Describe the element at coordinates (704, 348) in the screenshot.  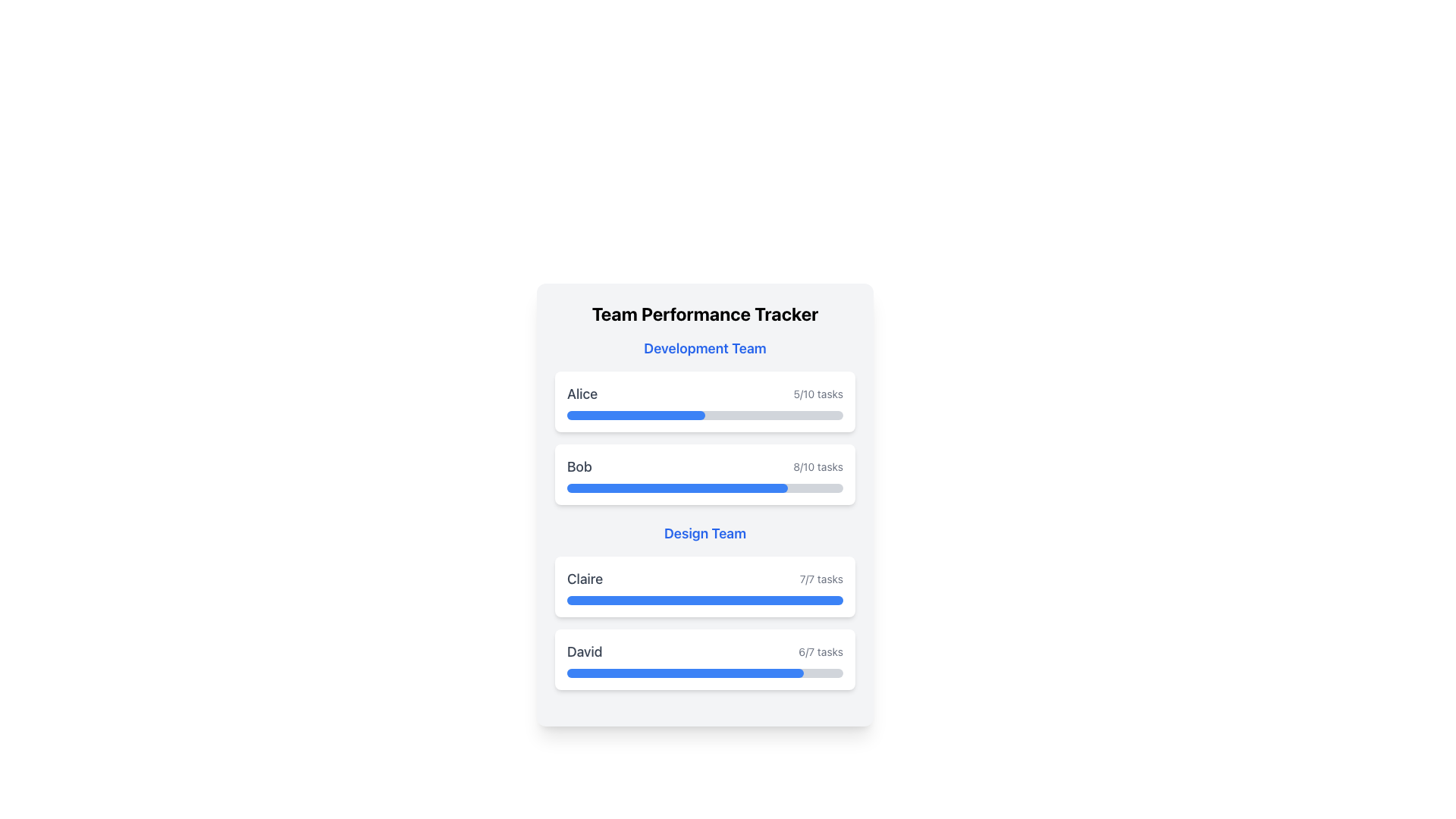
I see `text label indicating the development team, positioned above the team member cards for 'Alice' and 'Bob.'` at that location.